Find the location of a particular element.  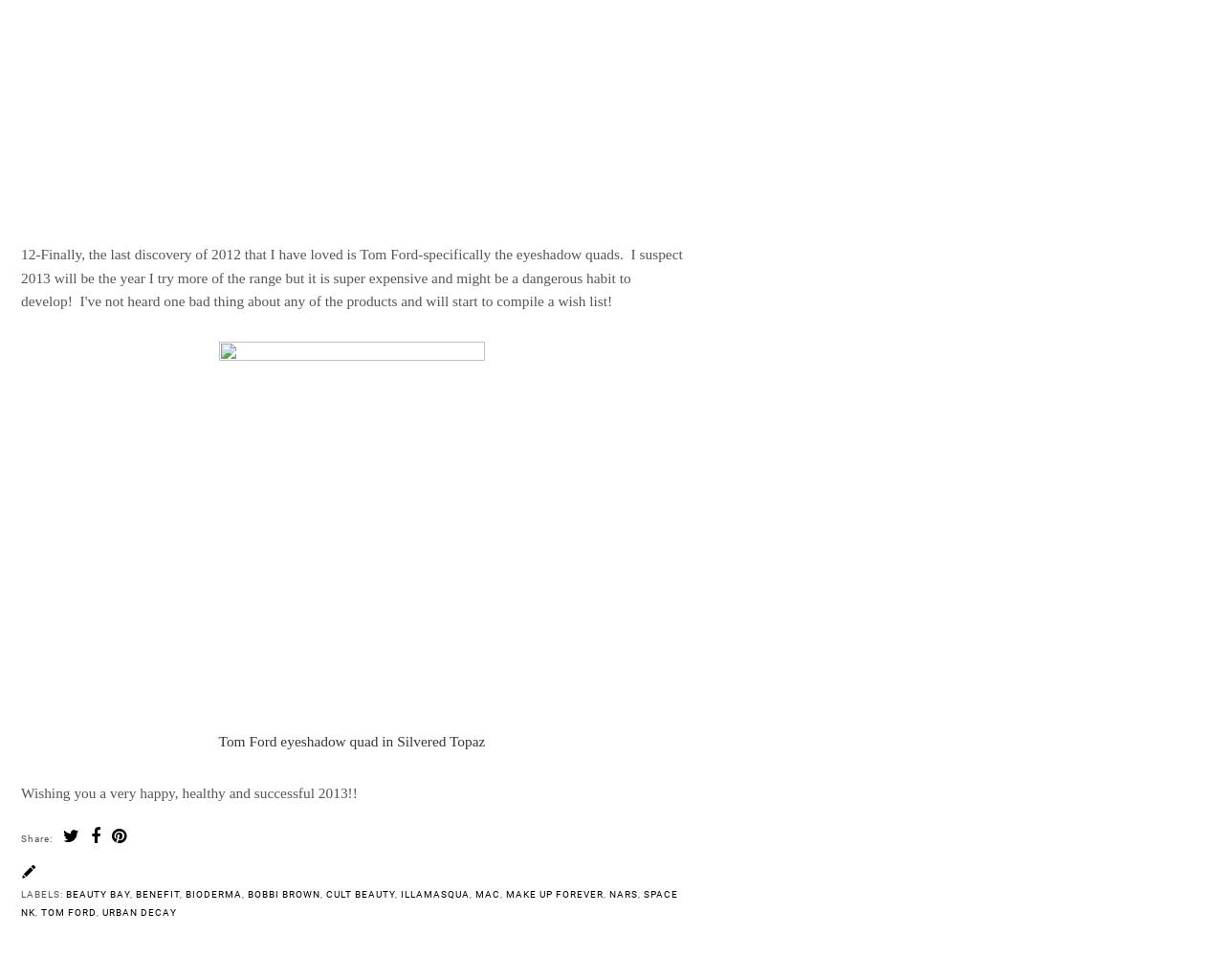

'Illamasqua' is located at coordinates (435, 893).